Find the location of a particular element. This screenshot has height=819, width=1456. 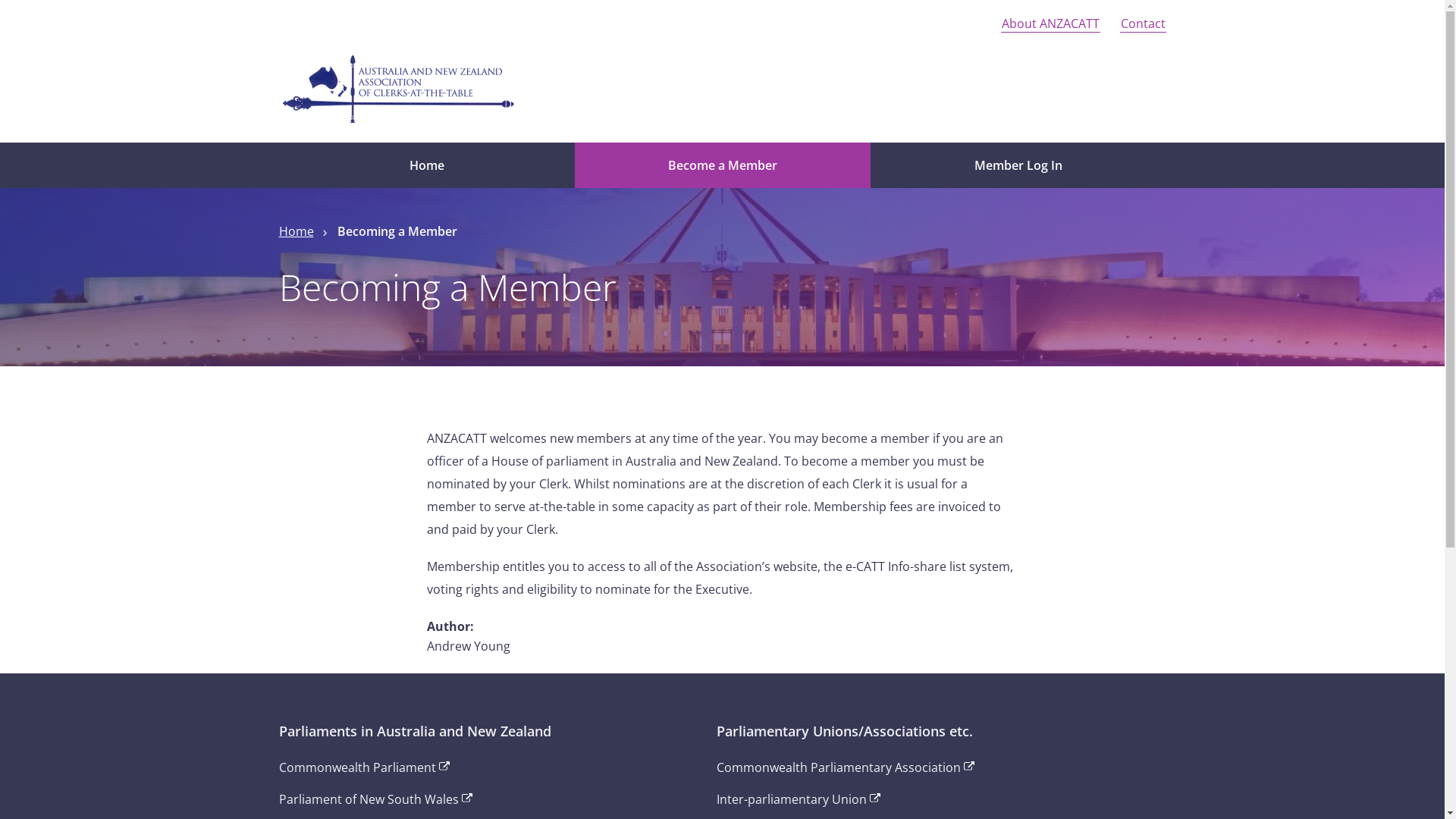

'Parliament of New South Wales' is located at coordinates (279, 798).